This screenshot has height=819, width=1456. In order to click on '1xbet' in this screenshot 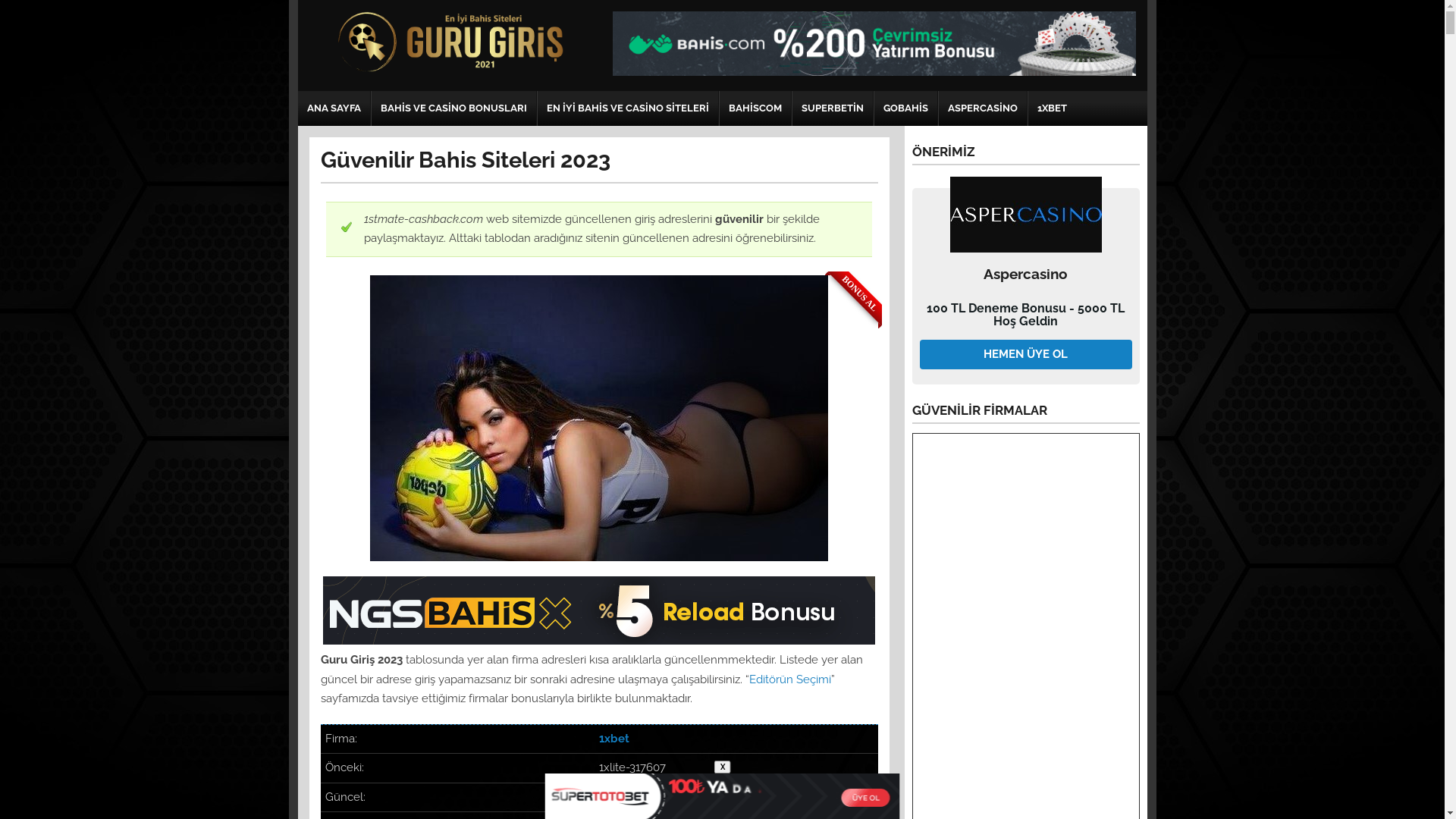, I will do `click(614, 738)`.